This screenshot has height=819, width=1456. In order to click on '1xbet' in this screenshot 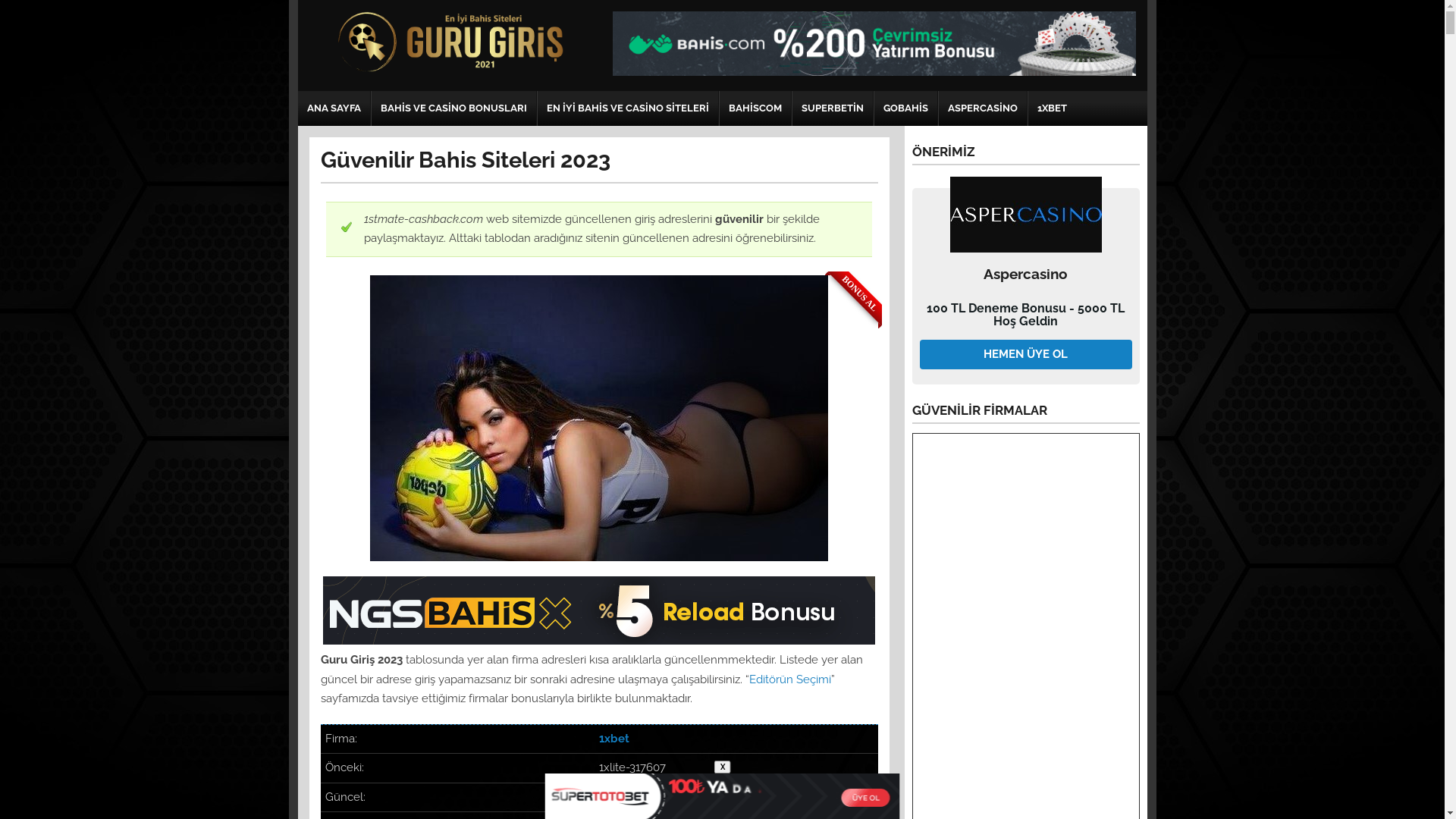, I will do `click(614, 738)`.